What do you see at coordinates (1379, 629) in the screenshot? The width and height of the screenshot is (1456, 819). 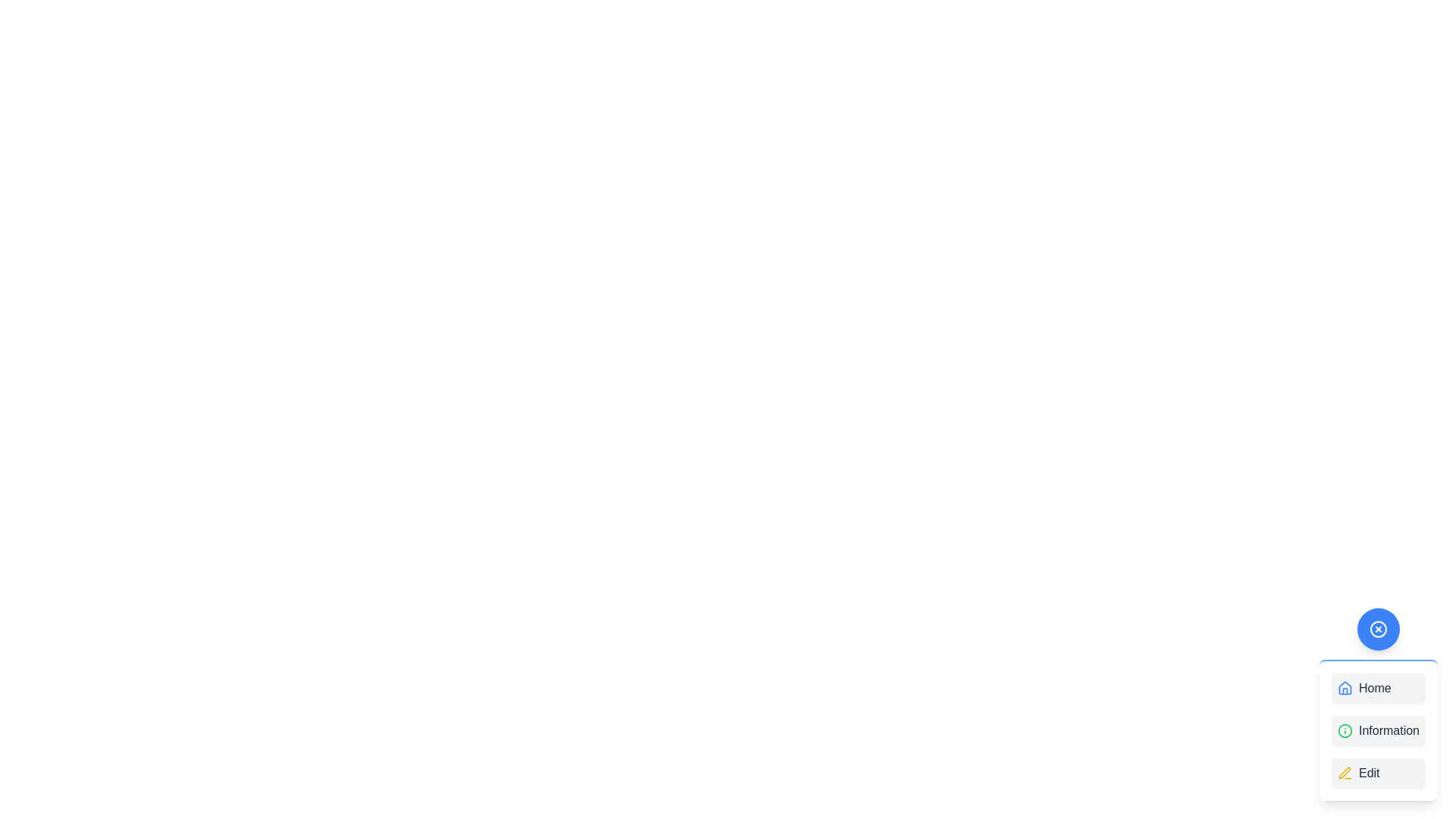 I see `the circular blue button with a white outlined 'X' icon at its center` at bounding box center [1379, 629].